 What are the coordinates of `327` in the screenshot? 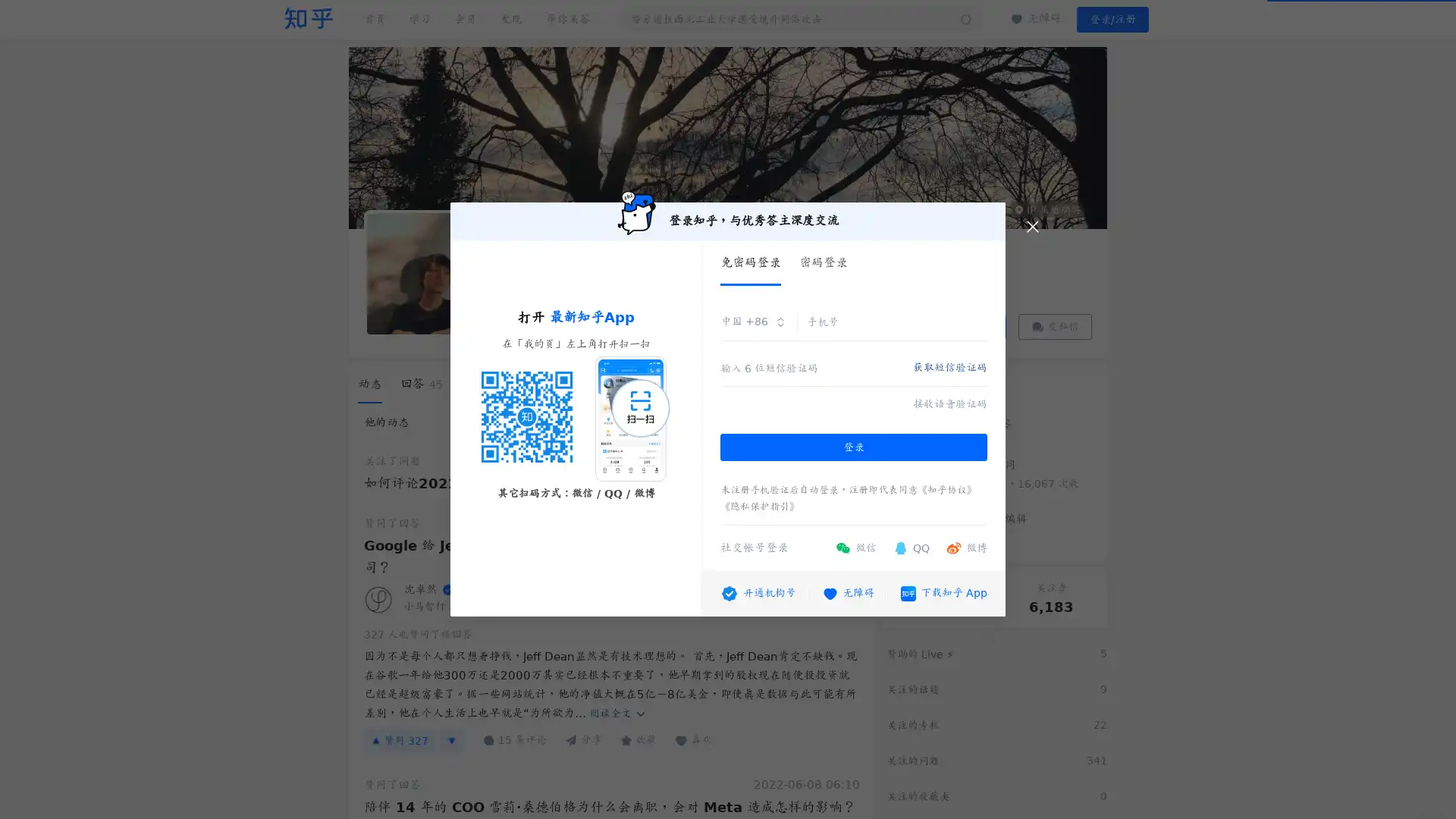 It's located at (400, 739).